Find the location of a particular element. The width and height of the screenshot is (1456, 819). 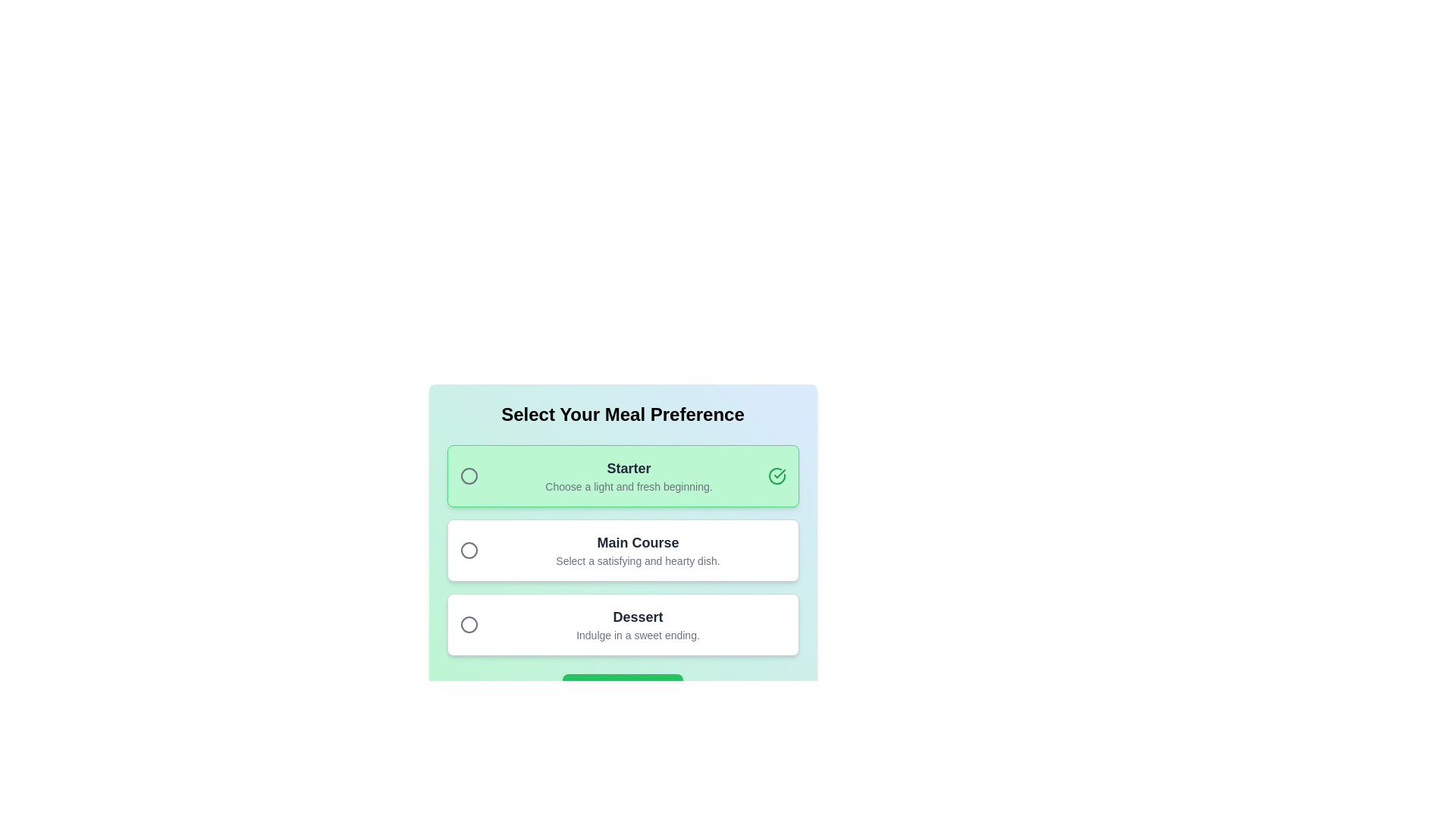

the selectable option titled 'Main Course' in the list of meal preferences is located at coordinates (623, 550).